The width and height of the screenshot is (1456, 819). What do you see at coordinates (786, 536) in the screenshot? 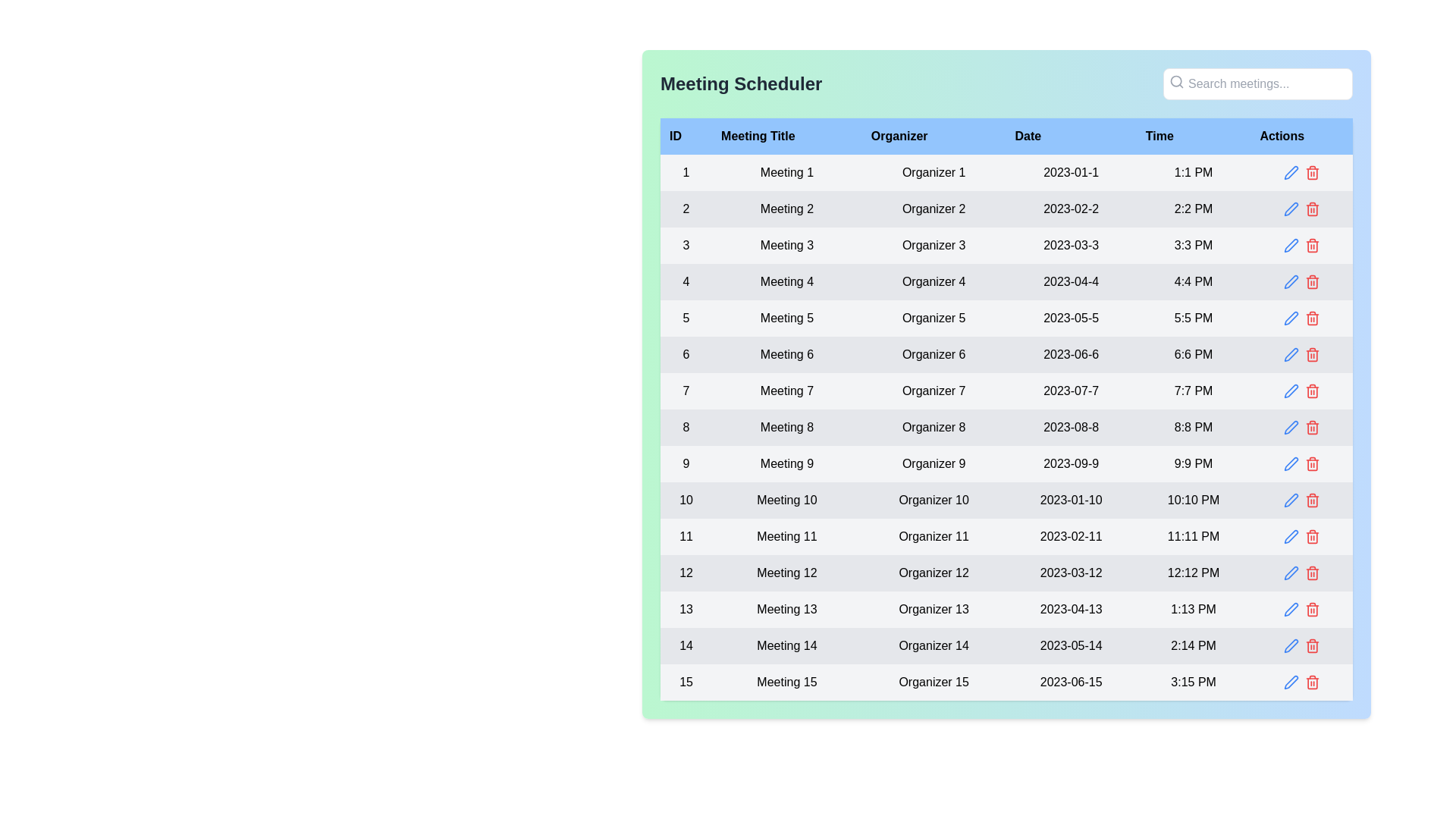
I see `the text label displaying 'Meeting 11', which is located in the 'Meeting Title' column of the 11th row in the table` at bounding box center [786, 536].